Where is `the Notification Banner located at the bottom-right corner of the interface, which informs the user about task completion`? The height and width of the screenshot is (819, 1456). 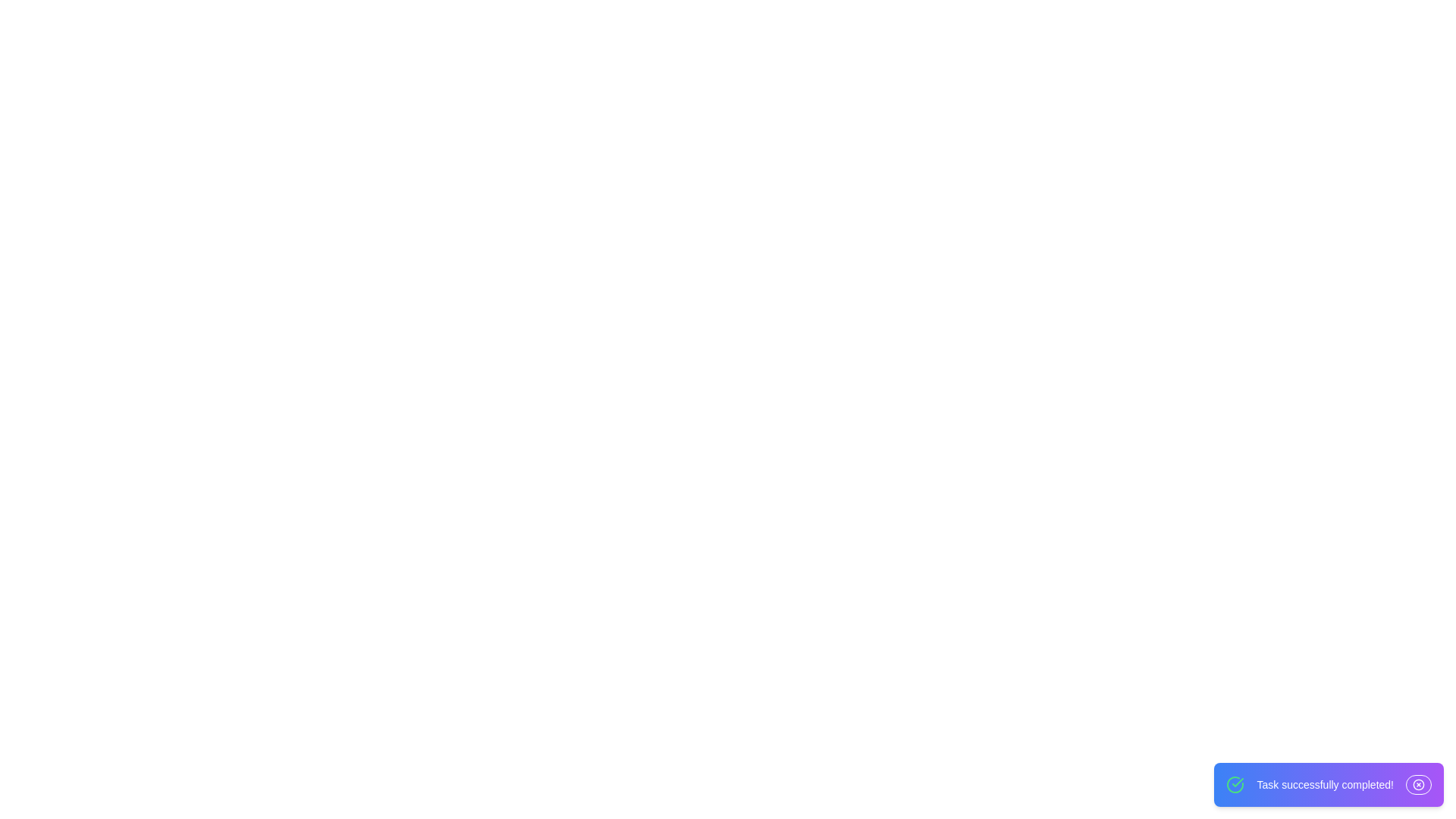
the Notification Banner located at the bottom-right corner of the interface, which informs the user about task completion is located at coordinates (1328, 784).